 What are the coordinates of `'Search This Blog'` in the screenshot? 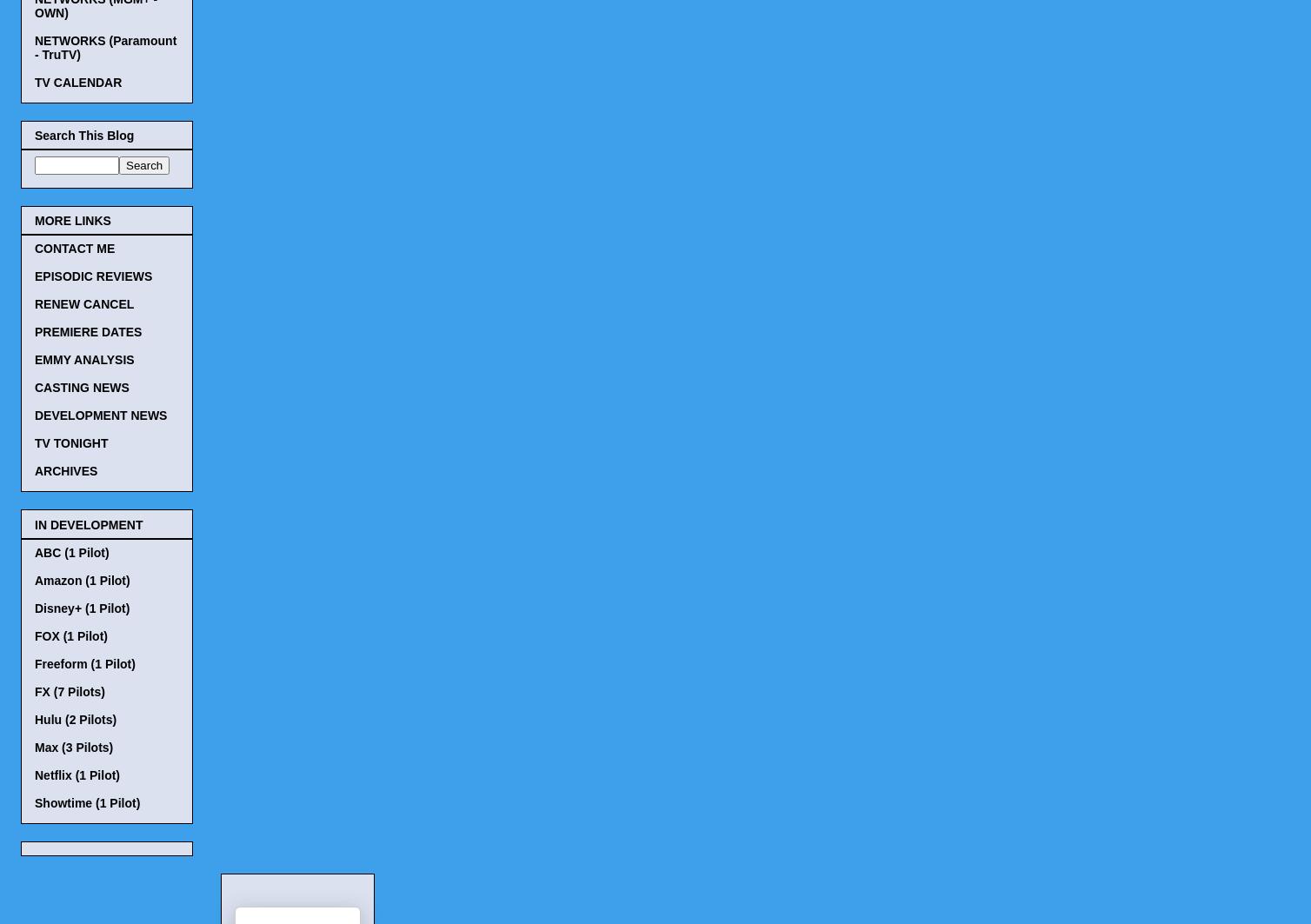 It's located at (83, 136).